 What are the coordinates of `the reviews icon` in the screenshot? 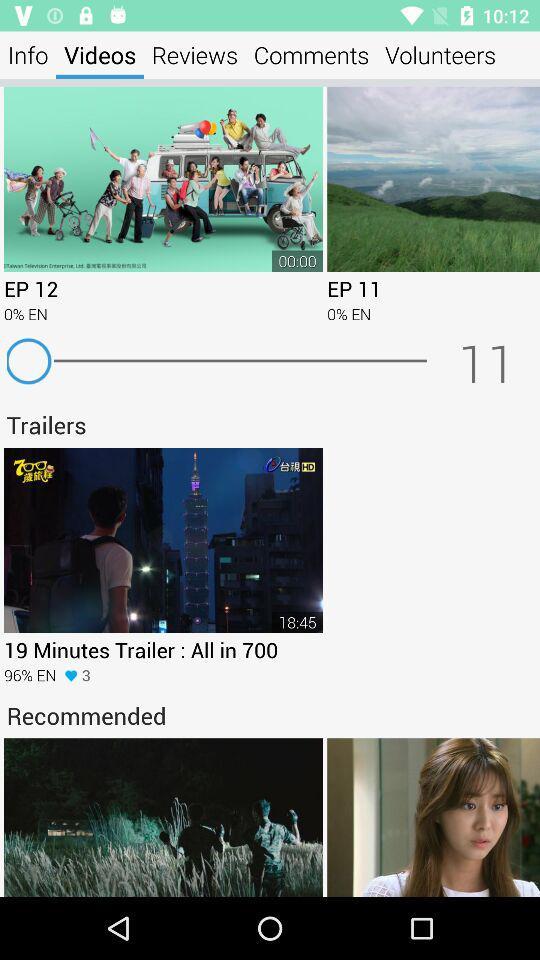 It's located at (194, 54).